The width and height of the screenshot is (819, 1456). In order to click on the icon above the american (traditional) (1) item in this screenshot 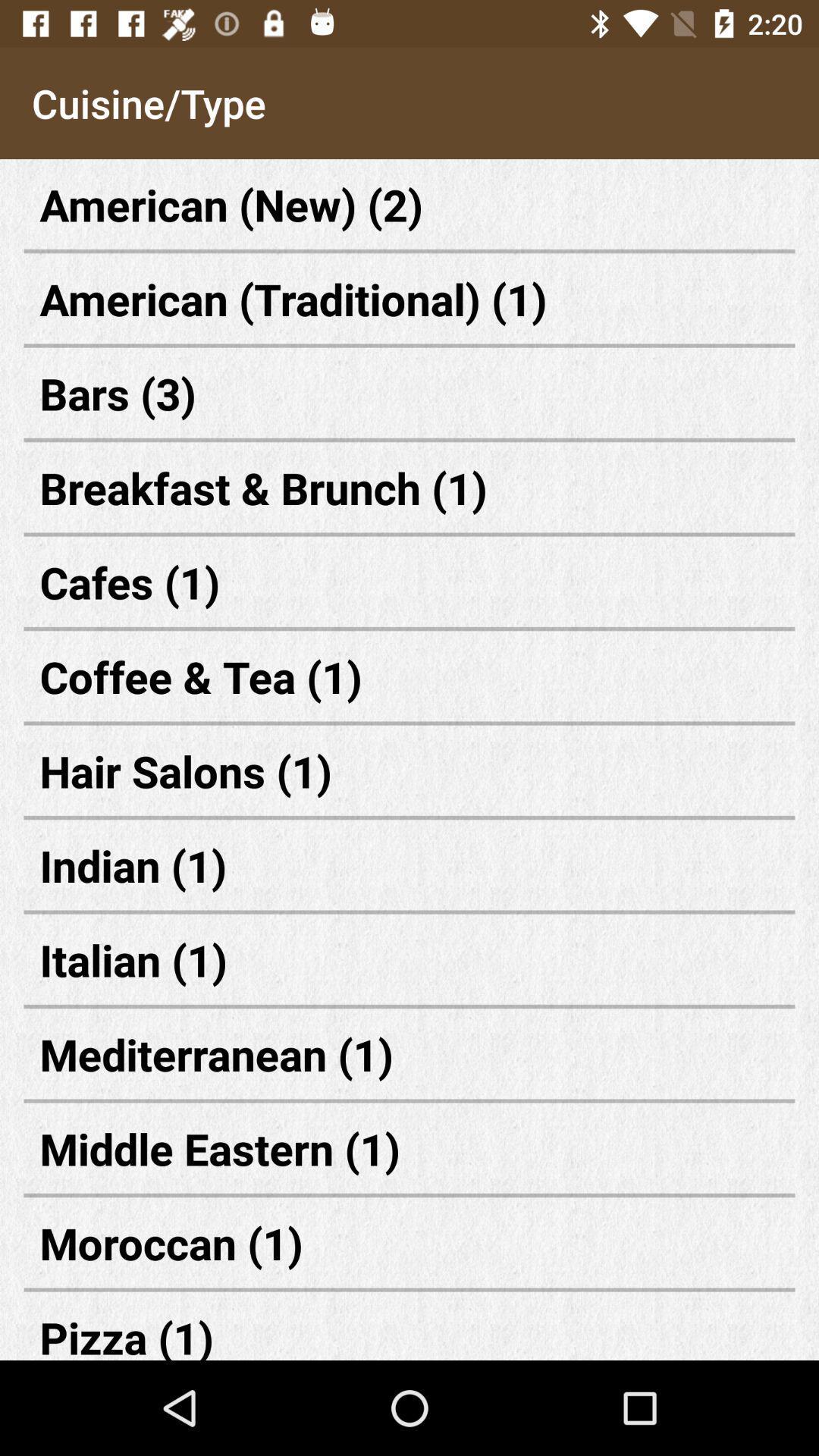, I will do `click(409, 203)`.